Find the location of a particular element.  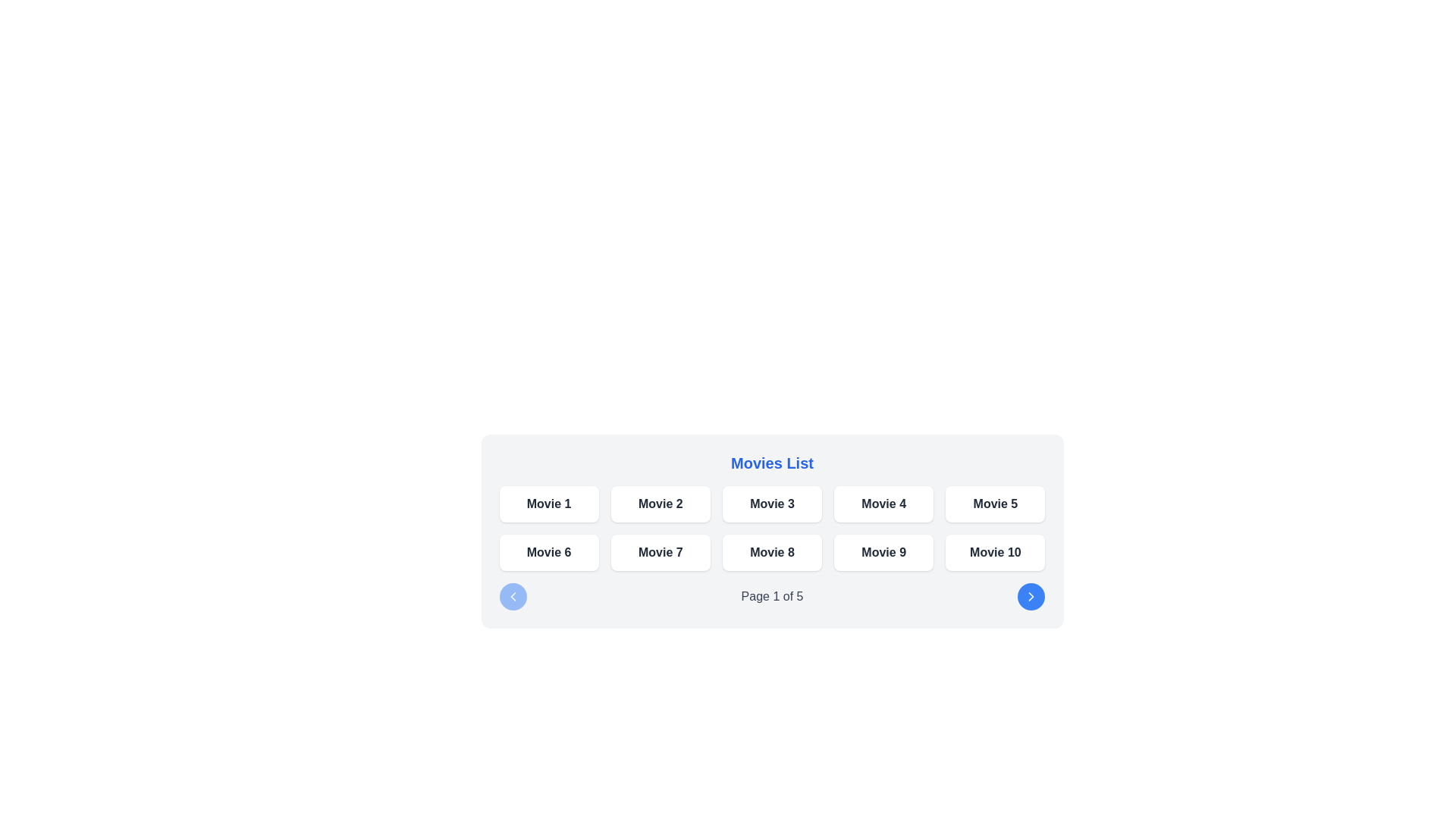

the static text label for the movie entry located in the 3rd position of the first row within the 'Movies List' grid is located at coordinates (772, 504).